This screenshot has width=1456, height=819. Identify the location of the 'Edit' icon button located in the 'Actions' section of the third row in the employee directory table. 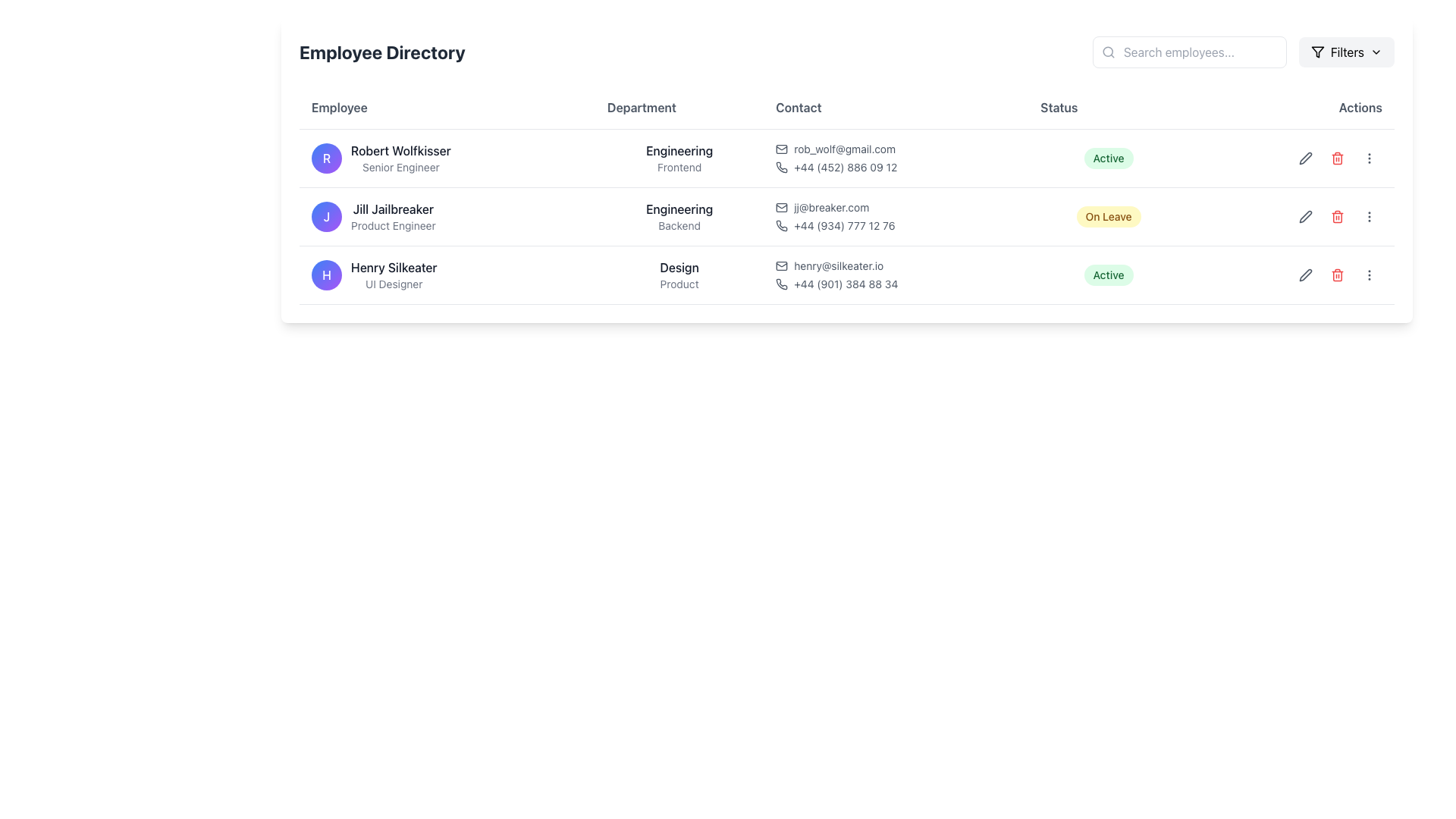
(1305, 158).